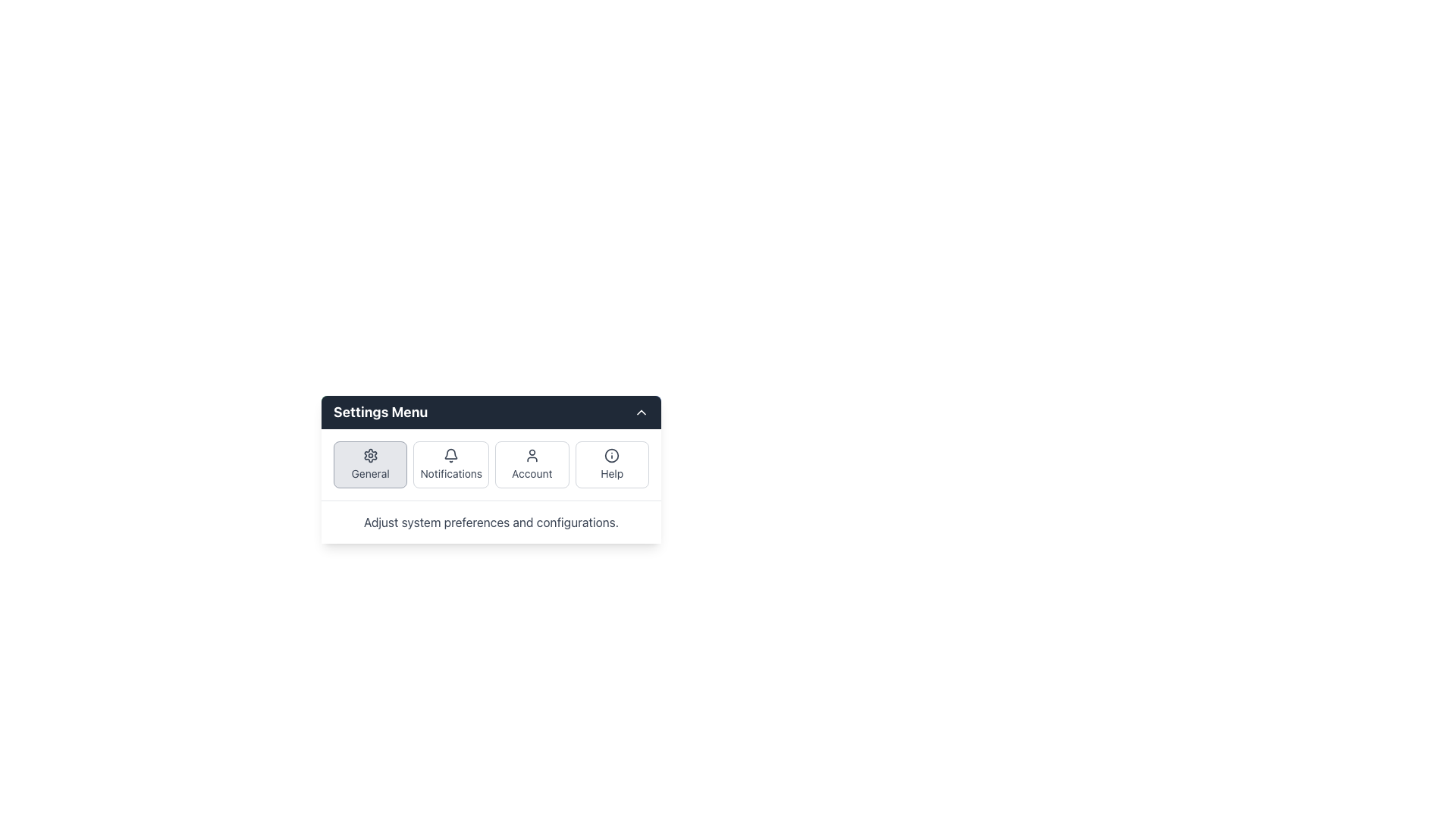  What do you see at coordinates (612, 464) in the screenshot?
I see `the fourth button in the horizontal list of buttons within the 'Settings Menu' panel` at bounding box center [612, 464].